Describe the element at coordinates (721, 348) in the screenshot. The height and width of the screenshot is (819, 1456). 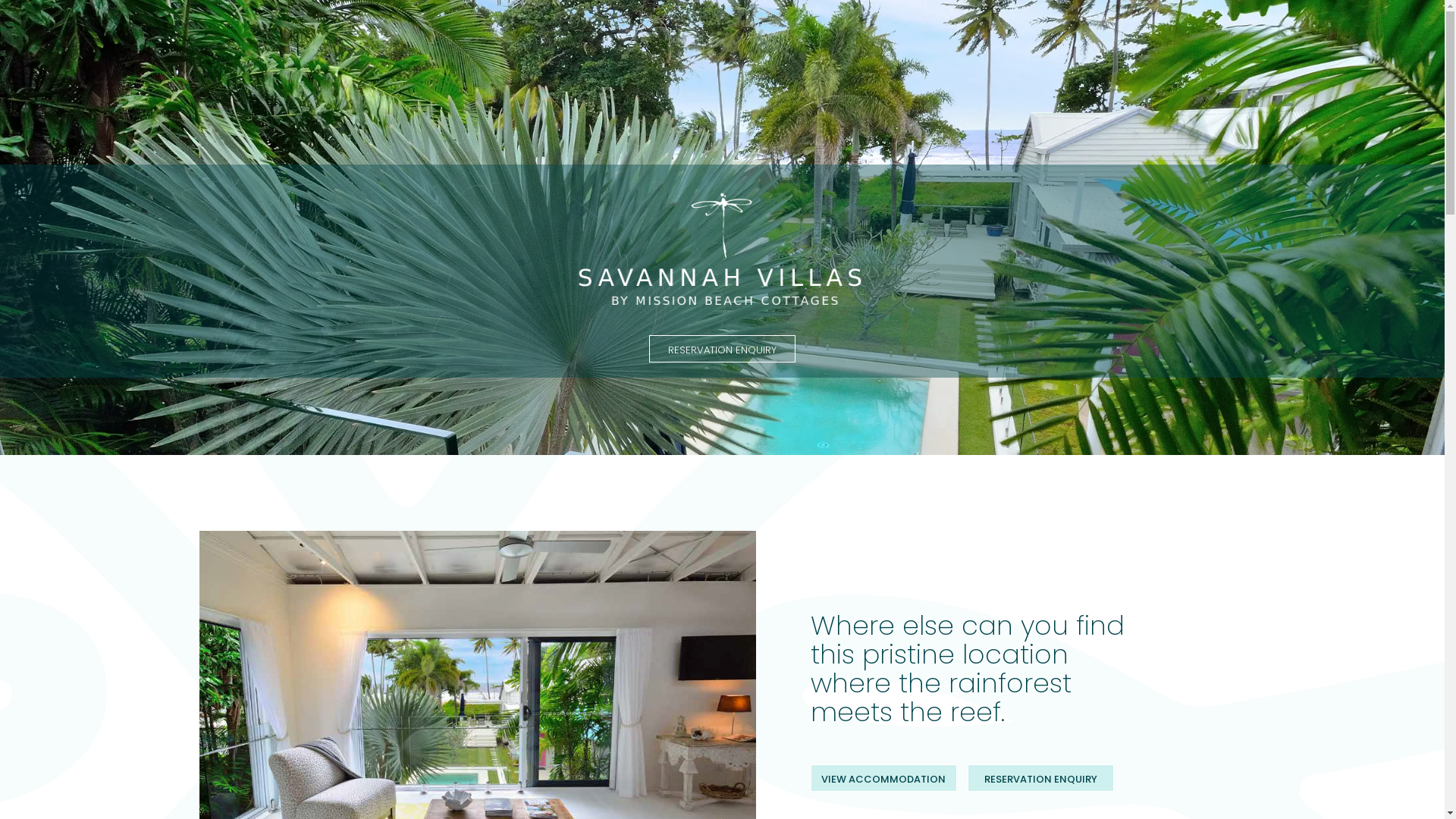
I see `'RESERVATION ENQUIRY'` at that location.